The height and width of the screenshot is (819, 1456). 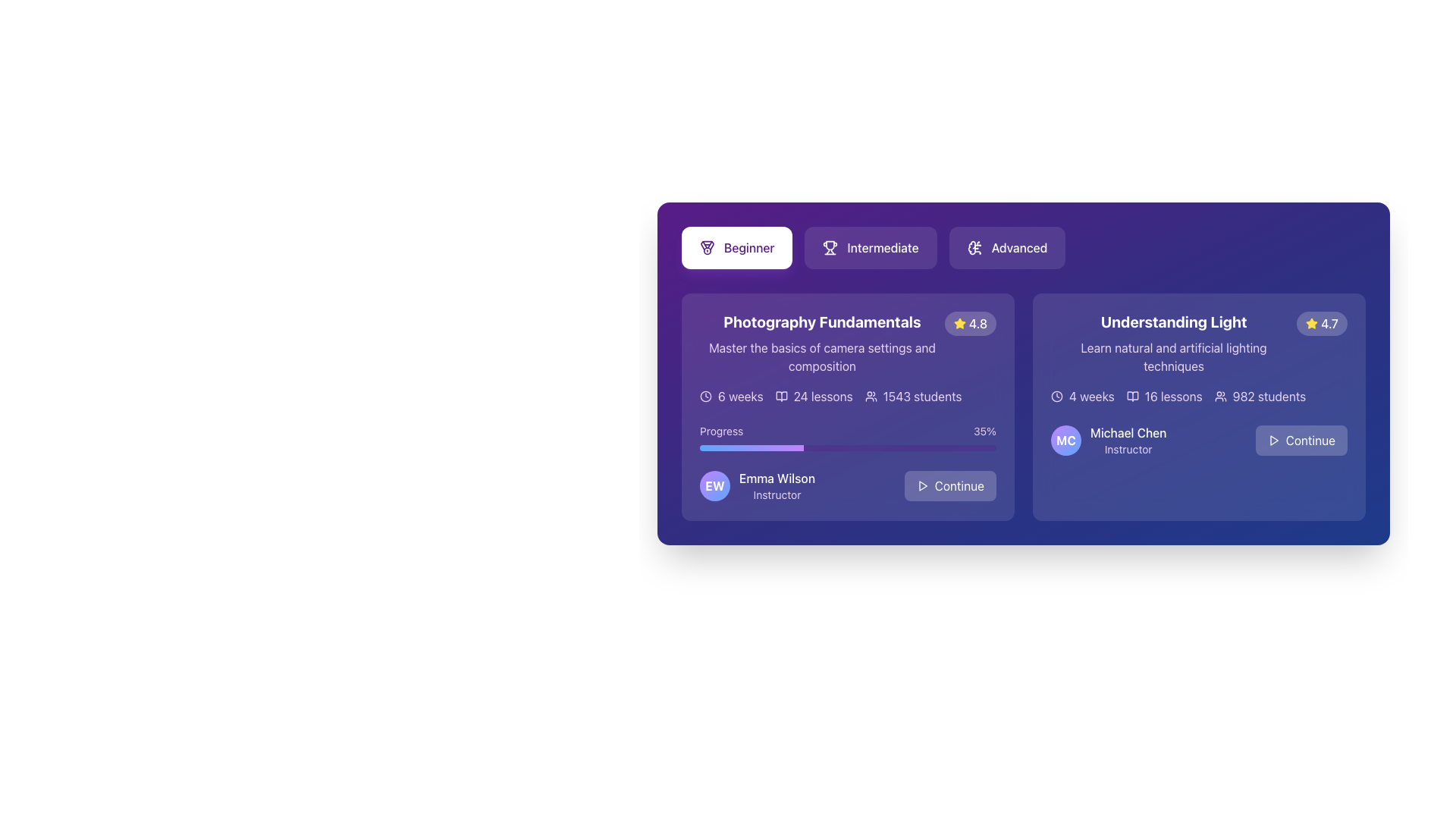 What do you see at coordinates (1007, 247) in the screenshot?
I see `the rectangular button with rounded corners, a violet background, and the white text 'Advanced', located on the horizontal menu at the top center of the interface` at bounding box center [1007, 247].